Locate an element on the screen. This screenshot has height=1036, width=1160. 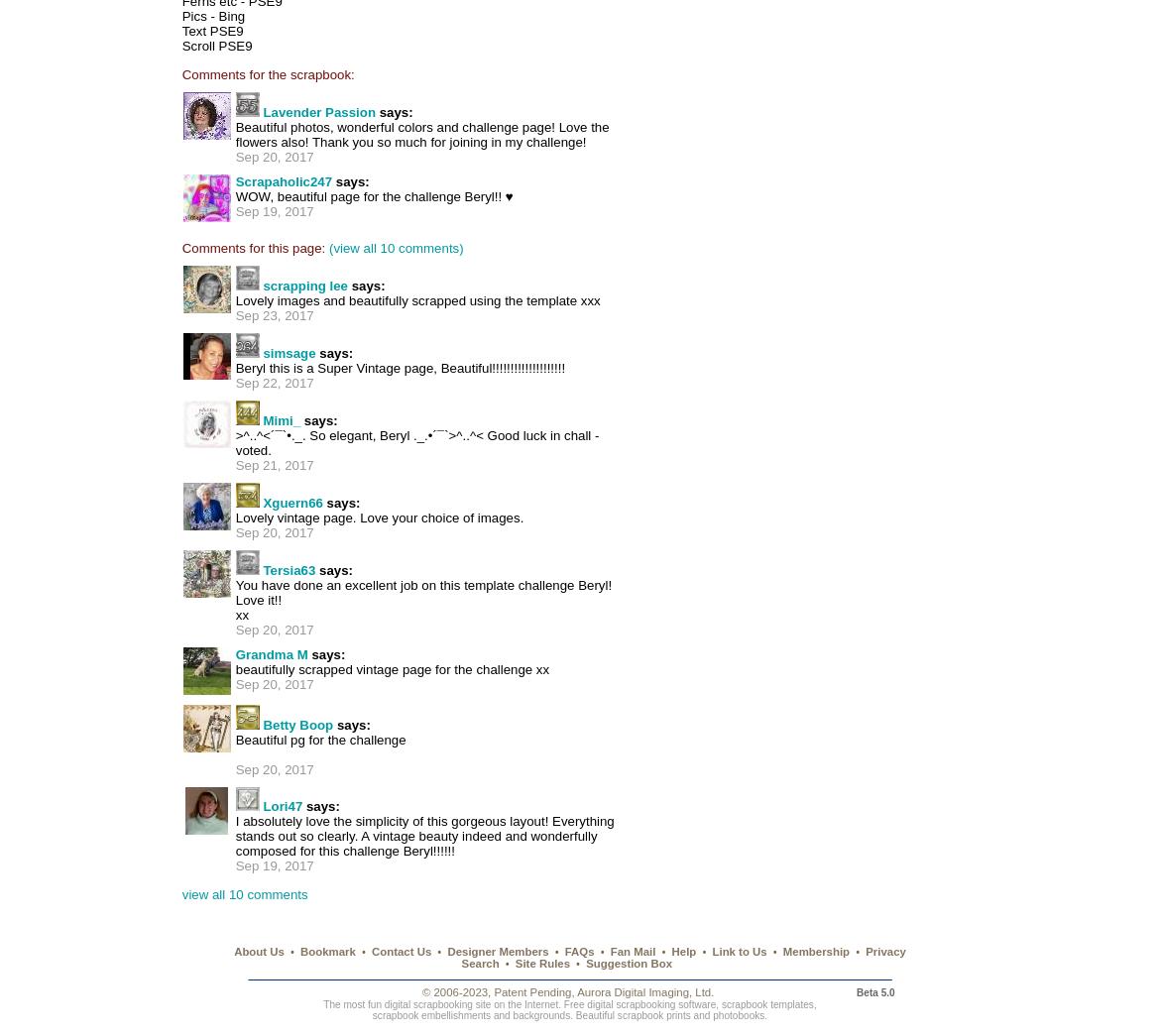
'Sep 21, 2017' is located at coordinates (274, 464).